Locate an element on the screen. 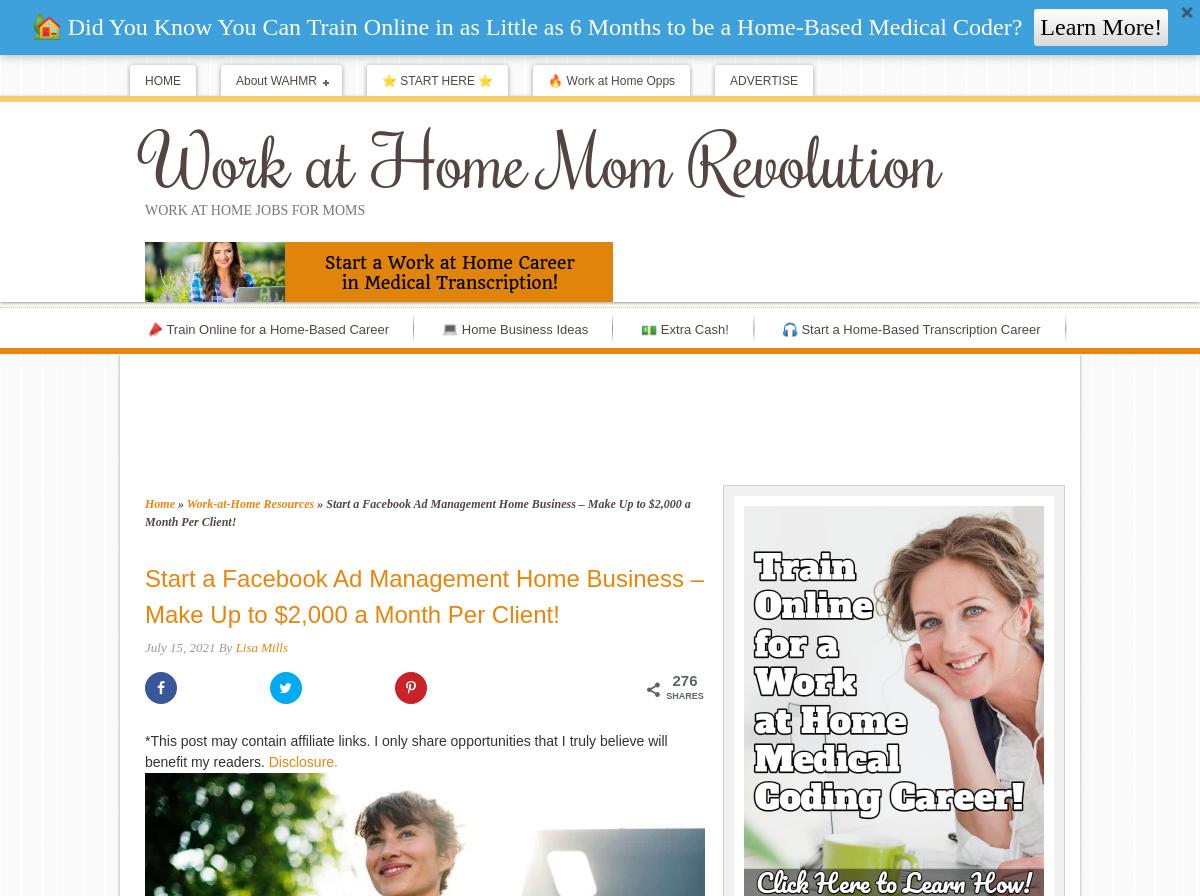 The height and width of the screenshot is (896, 1200). '💻 Home Business Ideas' is located at coordinates (514, 329).